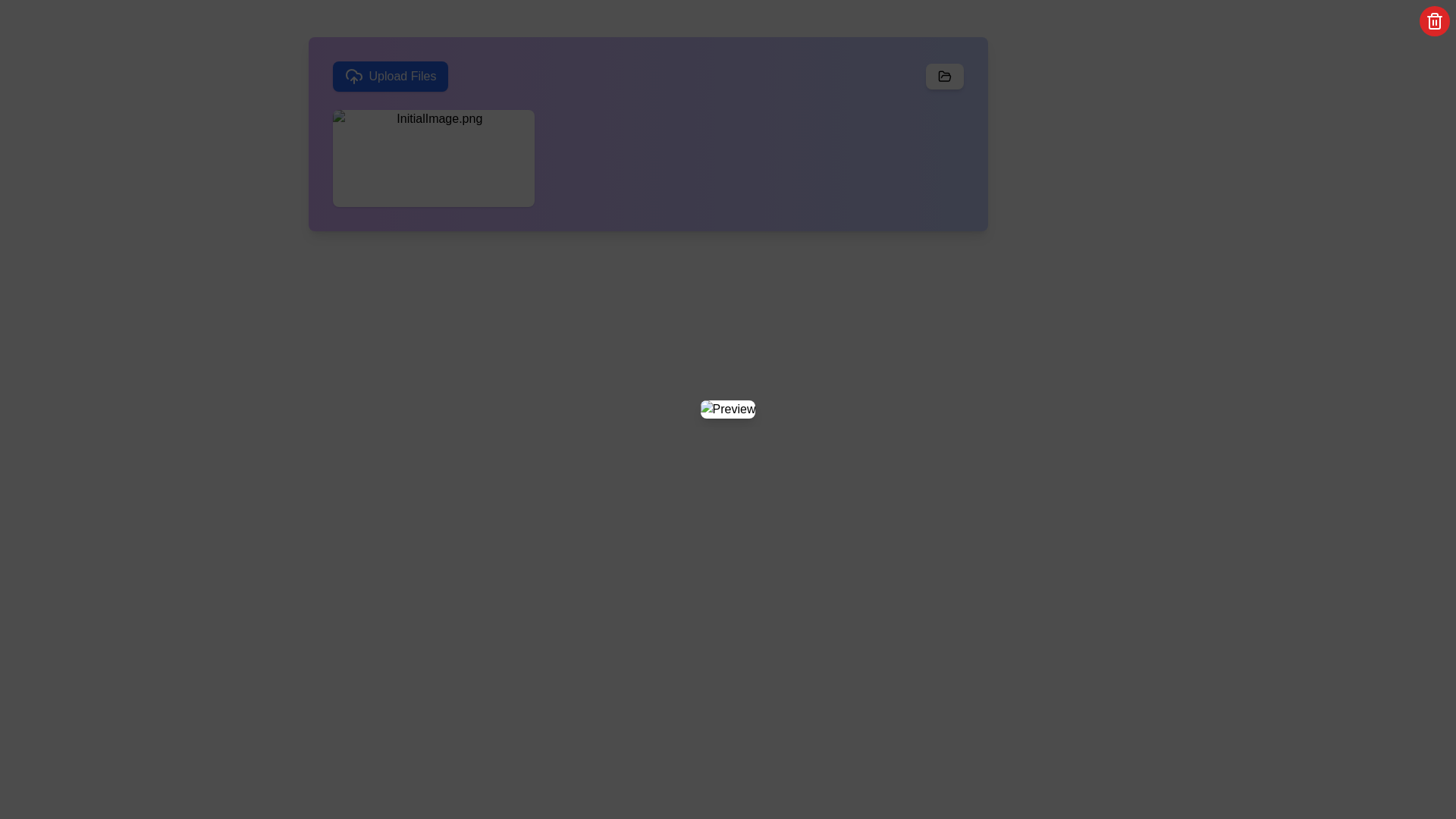 This screenshot has width=1456, height=819. What do you see at coordinates (943, 76) in the screenshot?
I see `the decorative icon in the upper-right of the horizontally elongated card element` at bounding box center [943, 76].